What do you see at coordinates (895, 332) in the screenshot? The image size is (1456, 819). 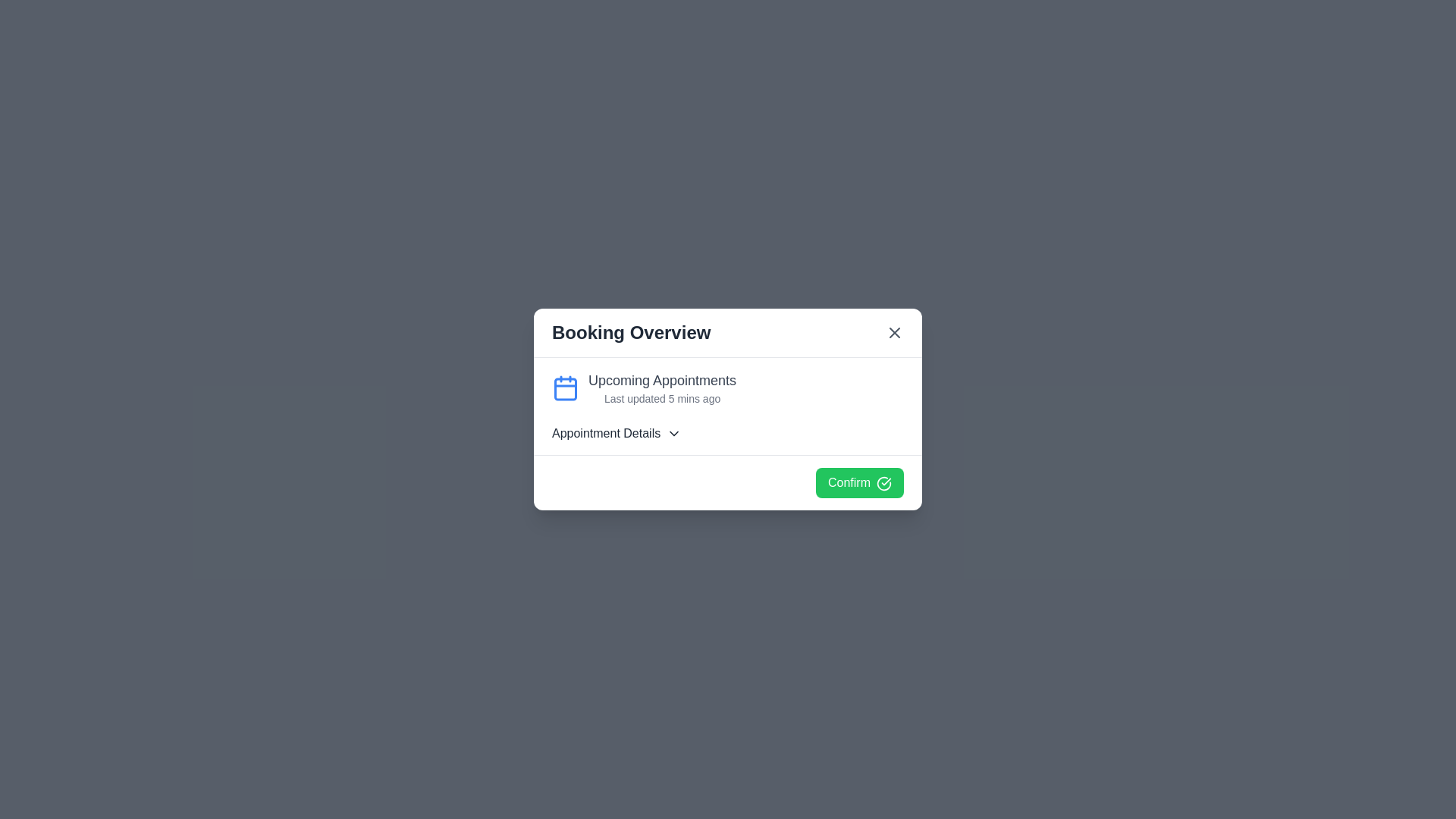 I see `the diagonal cross line icon styled as a close button located in the top right corner of the 'Booking Overview' modal window` at bounding box center [895, 332].